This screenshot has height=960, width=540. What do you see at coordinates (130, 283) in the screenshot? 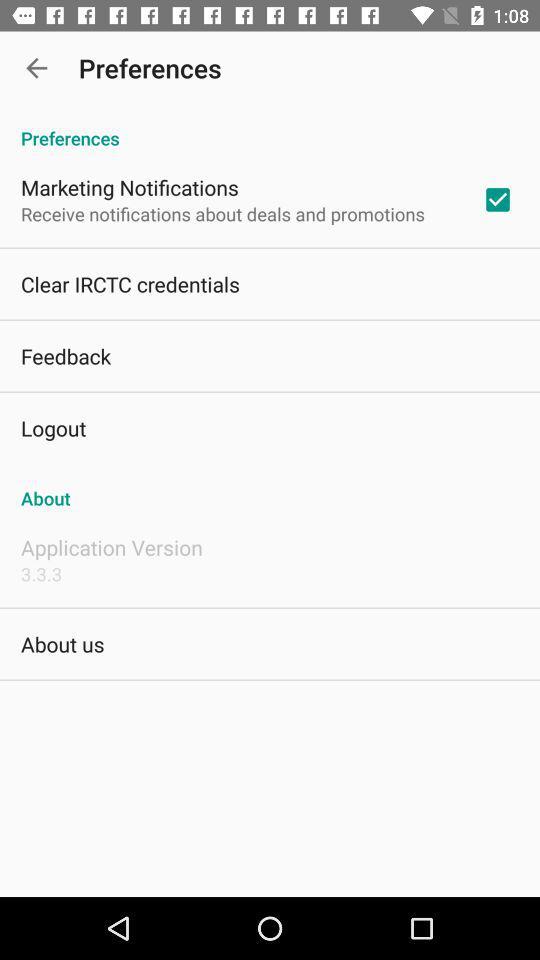
I see `clear irctc credentials app` at bounding box center [130, 283].